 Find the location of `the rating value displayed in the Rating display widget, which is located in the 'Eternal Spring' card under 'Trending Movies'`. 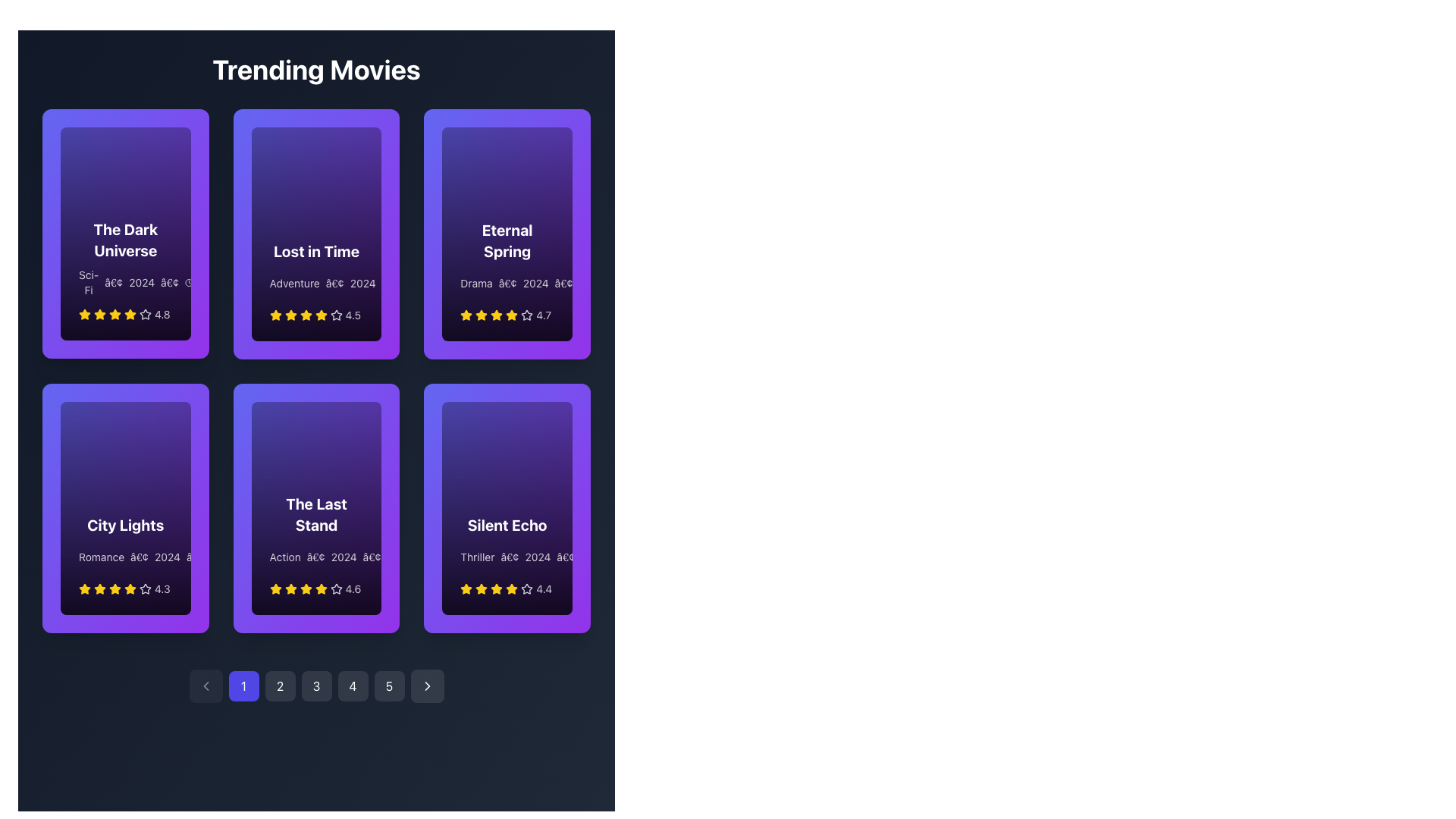

the rating value displayed in the Rating display widget, which is located in the 'Eternal Spring' card under 'Trending Movies' is located at coordinates (507, 314).